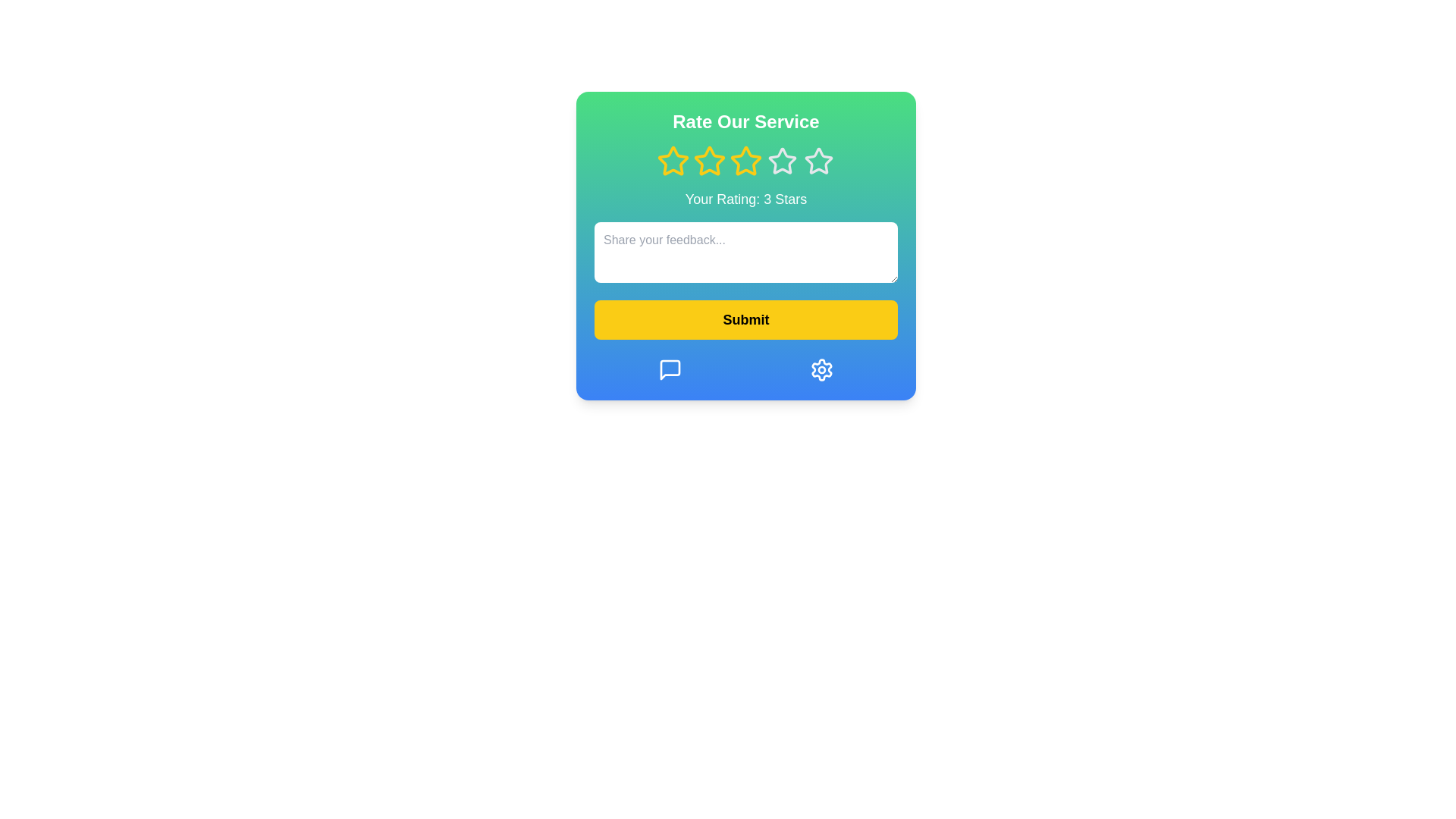  I want to click on the third star icon in the 5-star rating system, so click(783, 161).